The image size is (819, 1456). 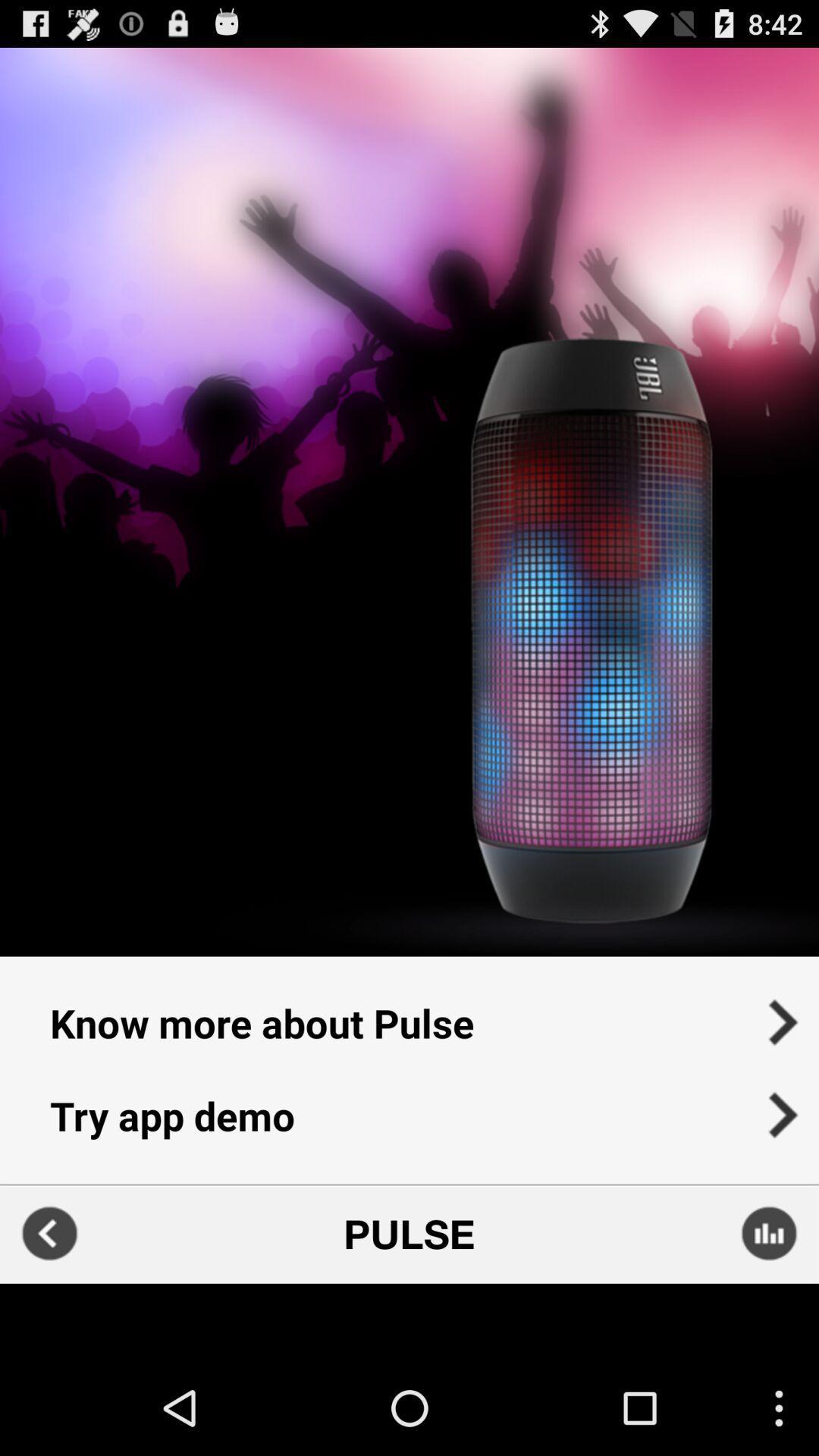 What do you see at coordinates (769, 1234) in the screenshot?
I see `sound settings` at bounding box center [769, 1234].